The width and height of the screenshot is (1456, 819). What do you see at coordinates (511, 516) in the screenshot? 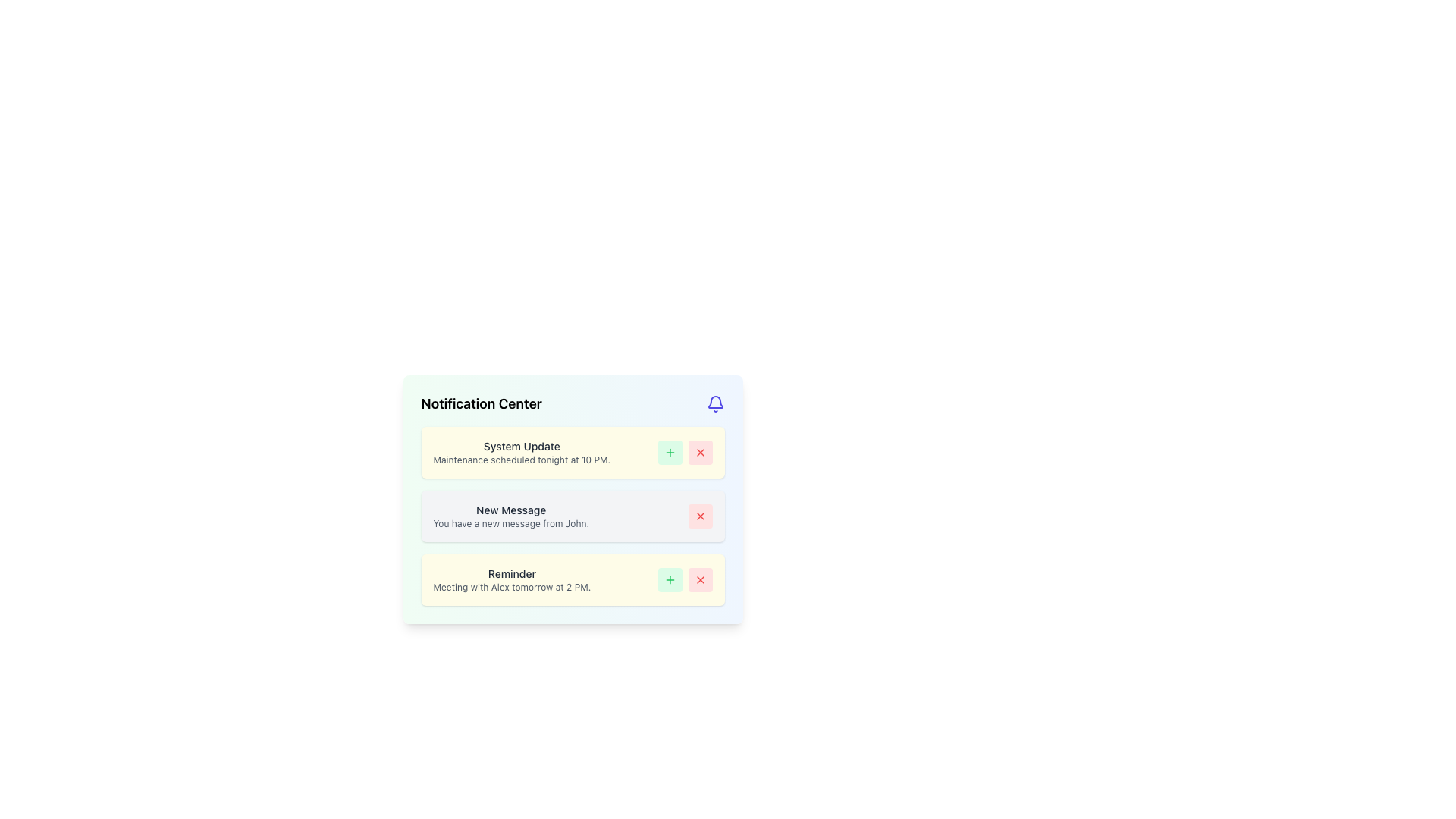
I see `contents of the second notification card in the main notification list, which notifies the user of a new message from John` at bounding box center [511, 516].